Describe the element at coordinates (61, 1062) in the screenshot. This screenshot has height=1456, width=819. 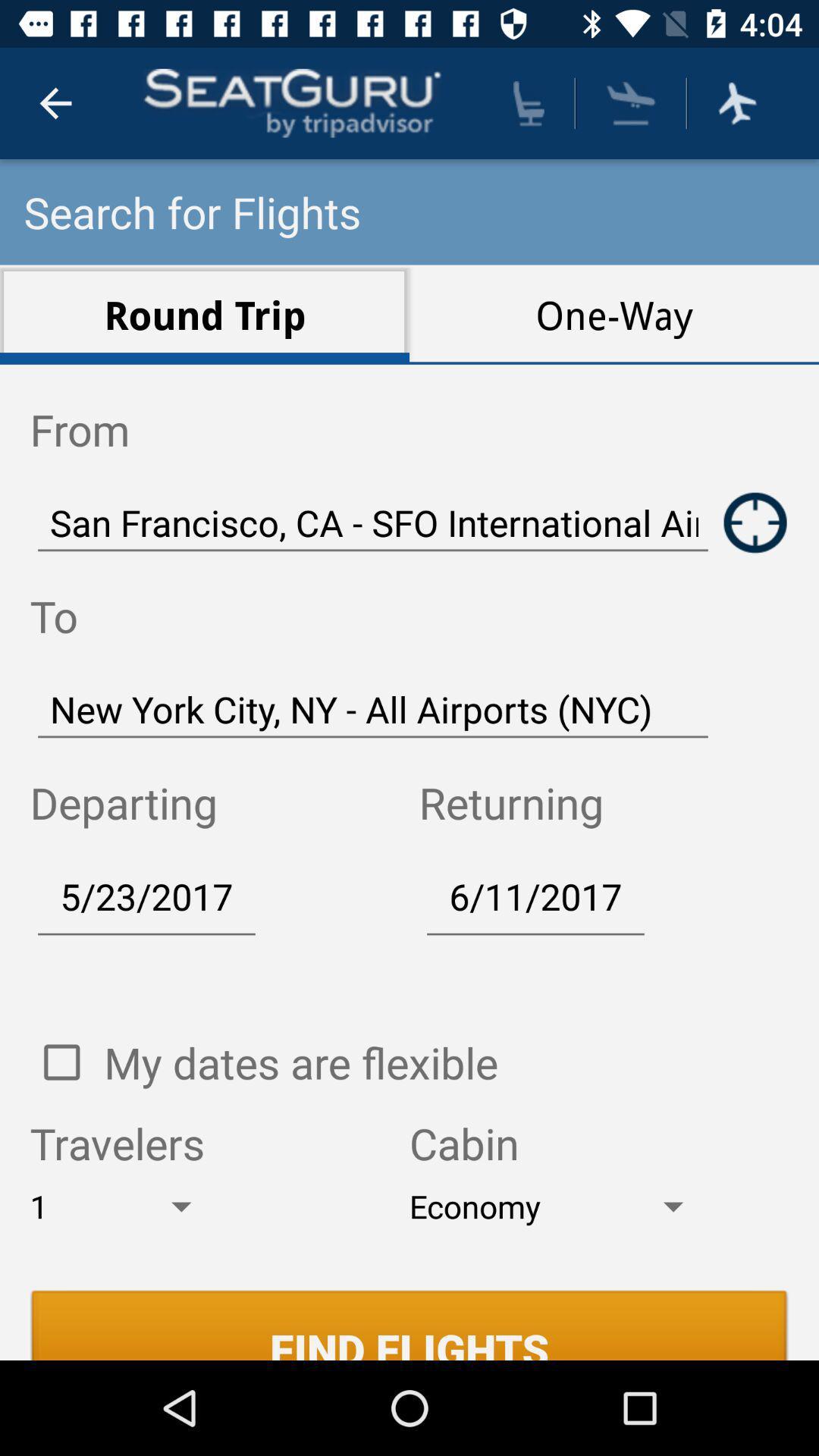
I see `enable my dates are flexible` at that location.